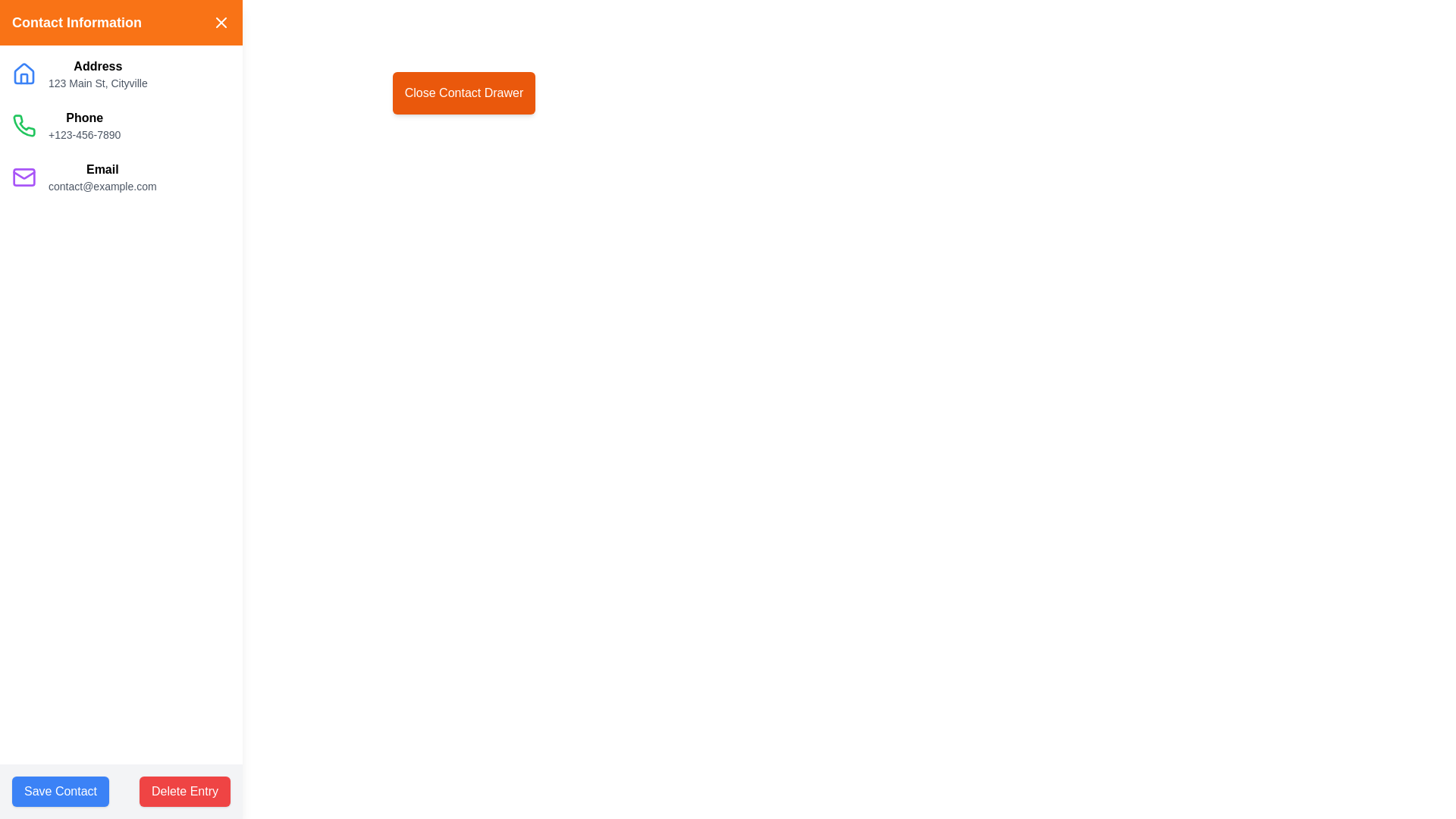 This screenshot has height=819, width=1456. What do you see at coordinates (97, 66) in the screenshot?
I see `the bold 'Address' text label located at the top of the contact information panel, which is aligned to the left and visually distinct from the address details below it` at bounding box center [97, 66].